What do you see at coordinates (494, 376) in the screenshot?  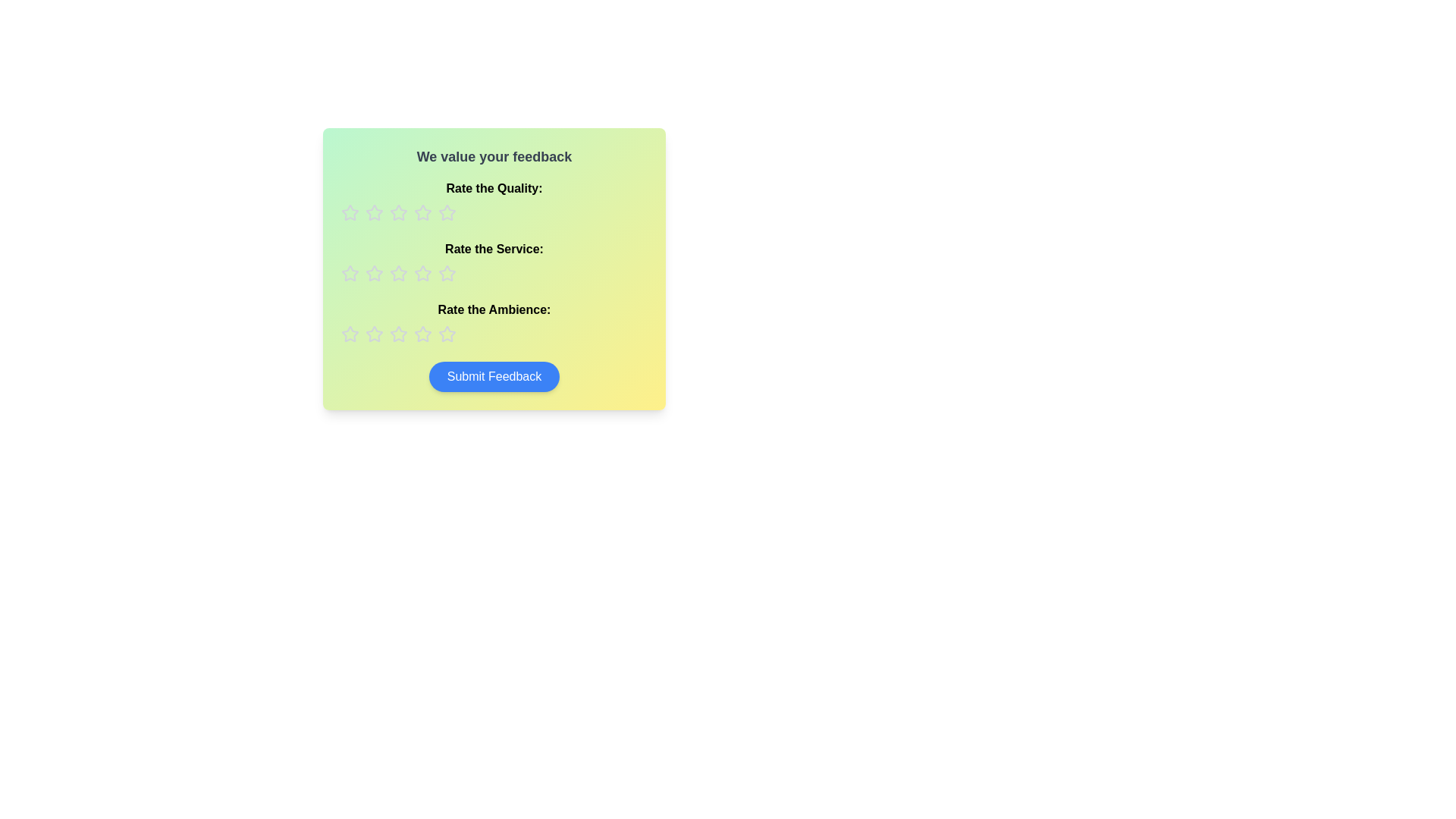 I see `the 'Submit Feedback' button located at the bottom center of the pastel gradient card` at bounding box center [494, 376].